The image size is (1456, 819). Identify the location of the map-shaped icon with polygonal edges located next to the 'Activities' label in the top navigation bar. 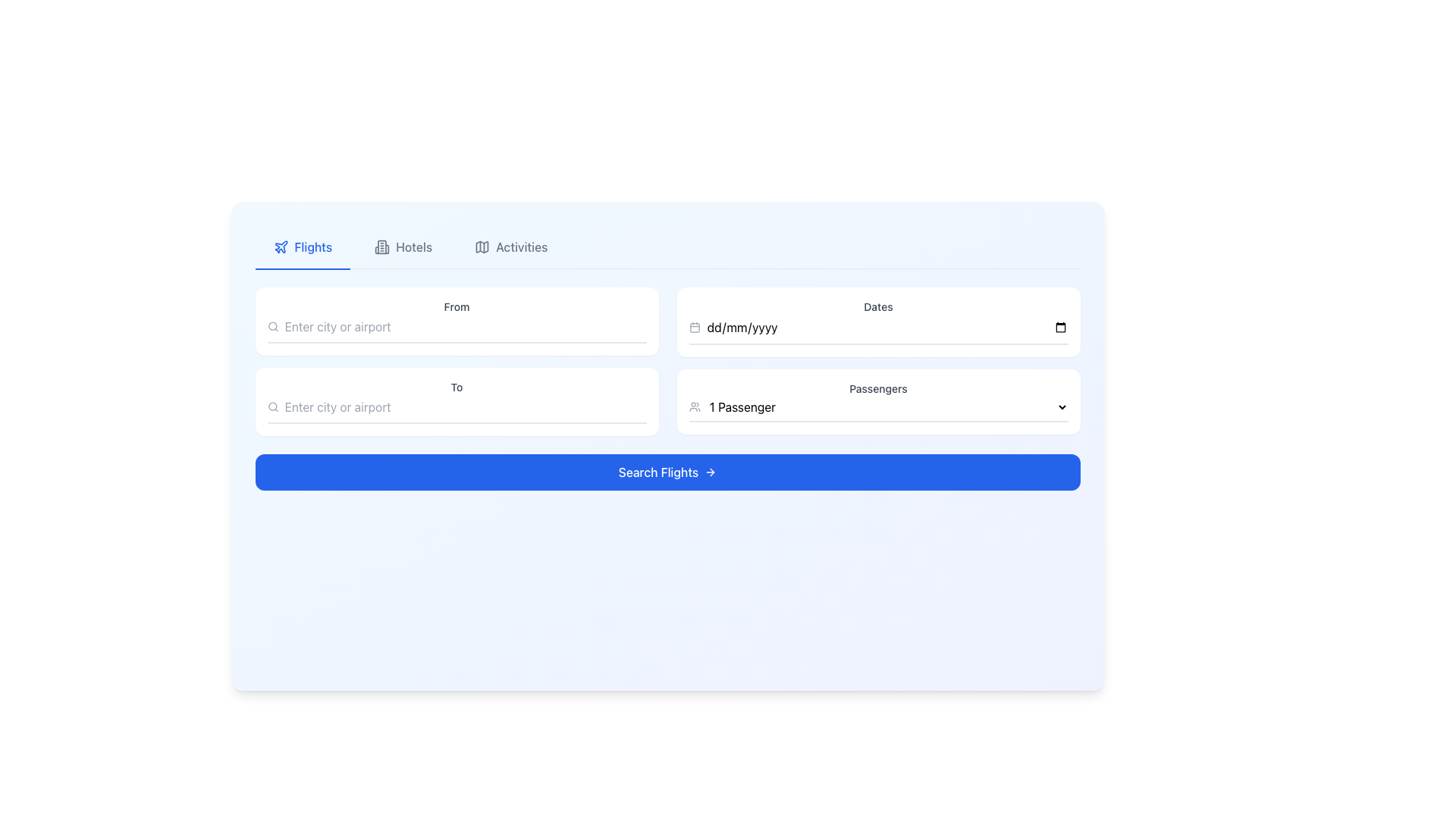
(482, 246).